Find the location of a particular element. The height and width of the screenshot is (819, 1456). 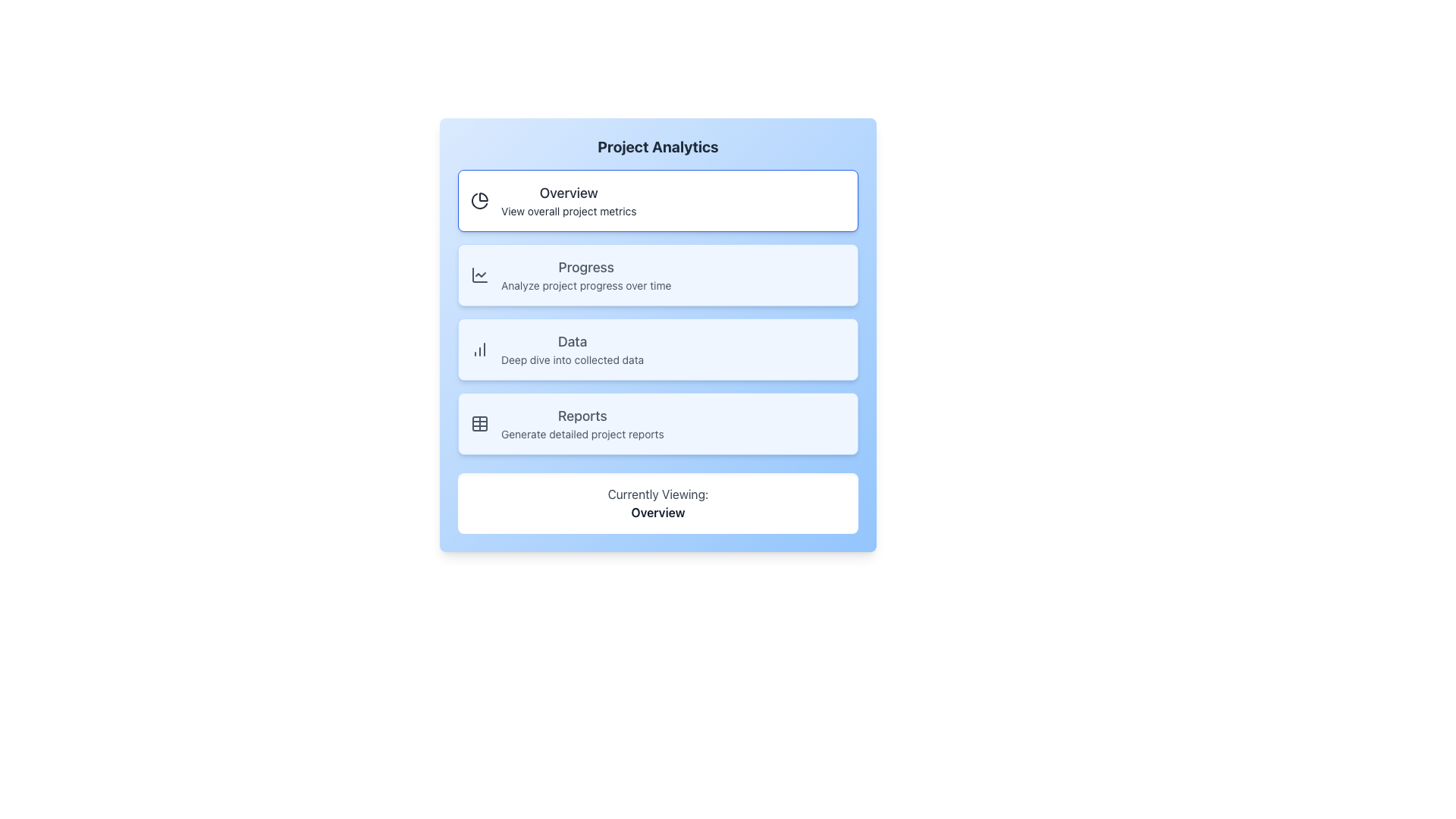

the second clickable card in the vertical list for project progress analysis is located at coordinates (658, 275).